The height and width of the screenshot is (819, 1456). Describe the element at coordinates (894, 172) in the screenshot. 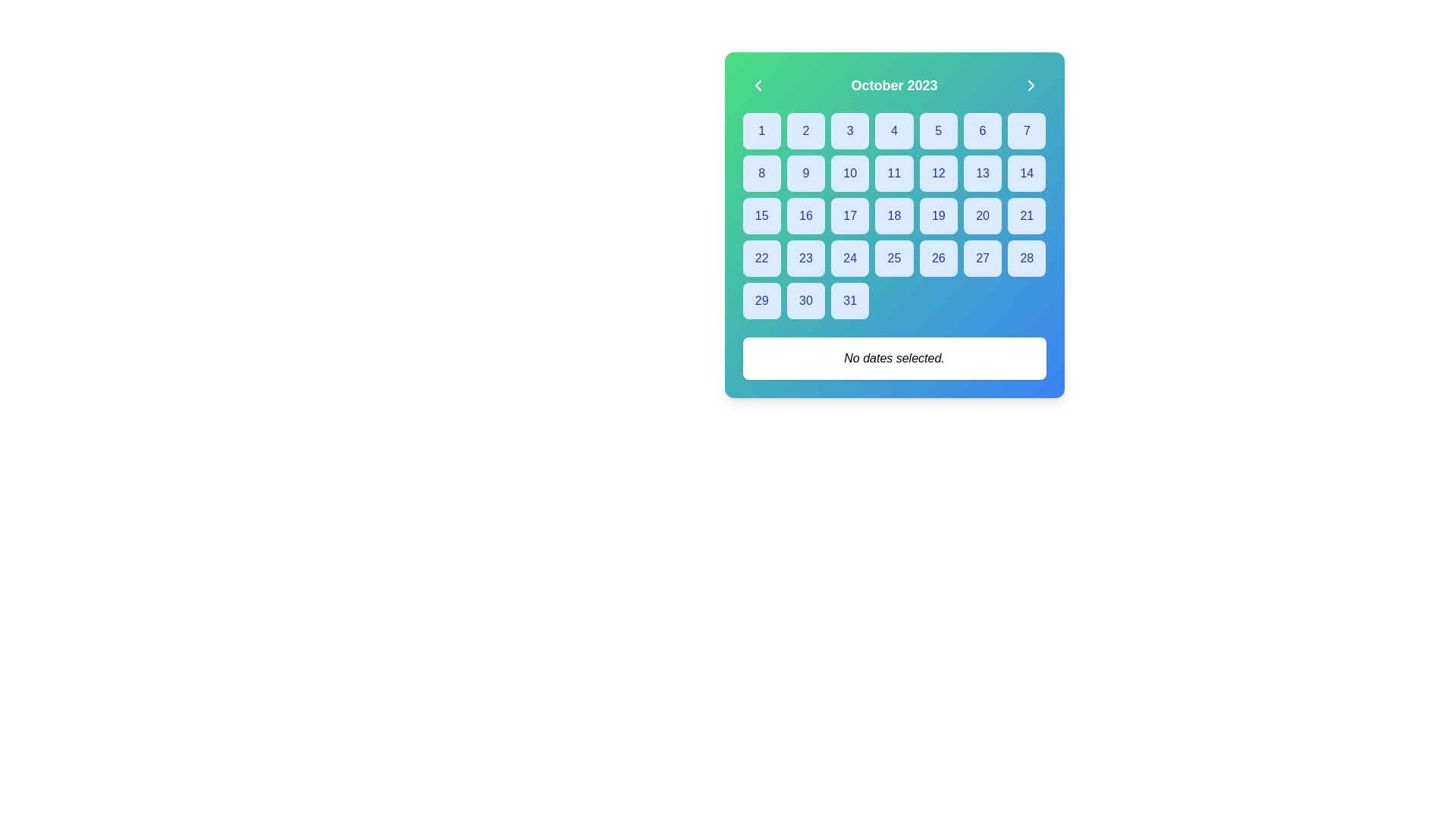

I see `the button representing the 11th day in the calendar interface located in the fourth column and second row of the grid layout` at that location.